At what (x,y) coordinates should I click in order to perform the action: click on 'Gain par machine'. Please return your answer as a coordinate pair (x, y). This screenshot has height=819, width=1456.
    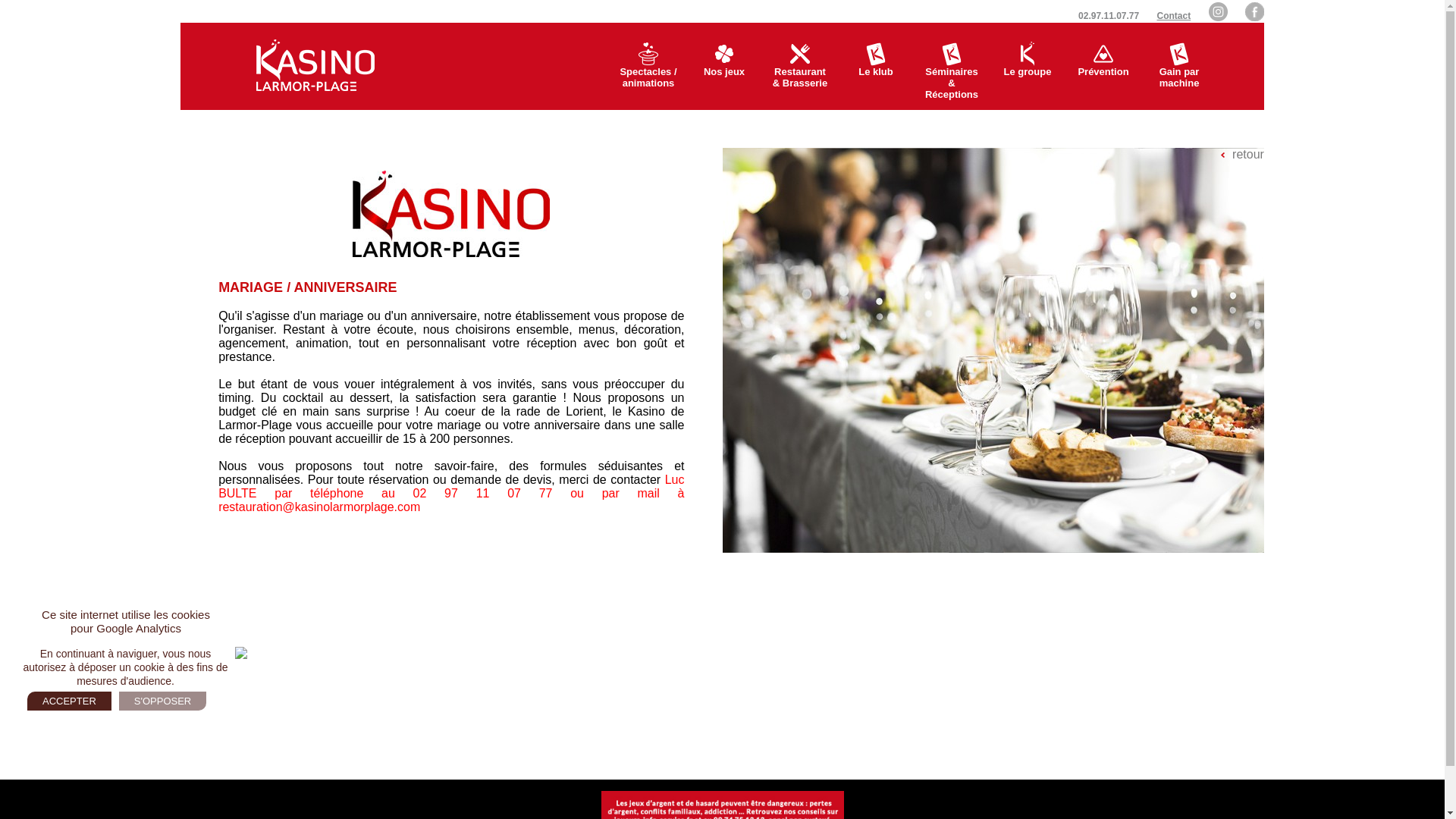
    Looking at the image, I should click on (1178, 65).